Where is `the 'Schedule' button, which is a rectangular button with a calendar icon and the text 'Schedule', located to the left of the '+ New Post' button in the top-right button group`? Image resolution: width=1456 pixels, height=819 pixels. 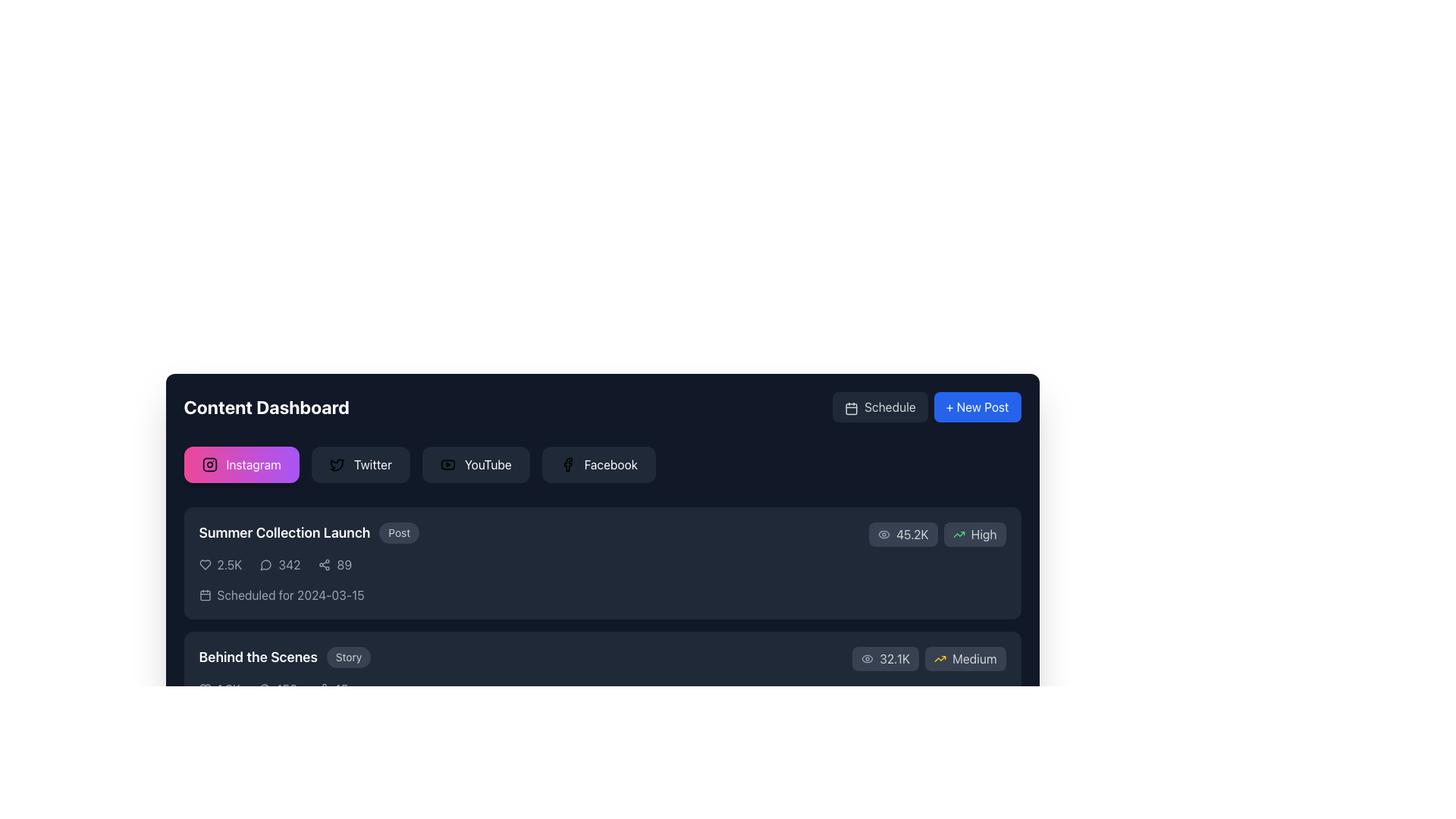 the 'Schedule' button, which is a rectangular button with a calendar icon and the text 'Schedule', located to the left of the '+ New Post' button in the top-right button group is located at coordinates (880, 406).